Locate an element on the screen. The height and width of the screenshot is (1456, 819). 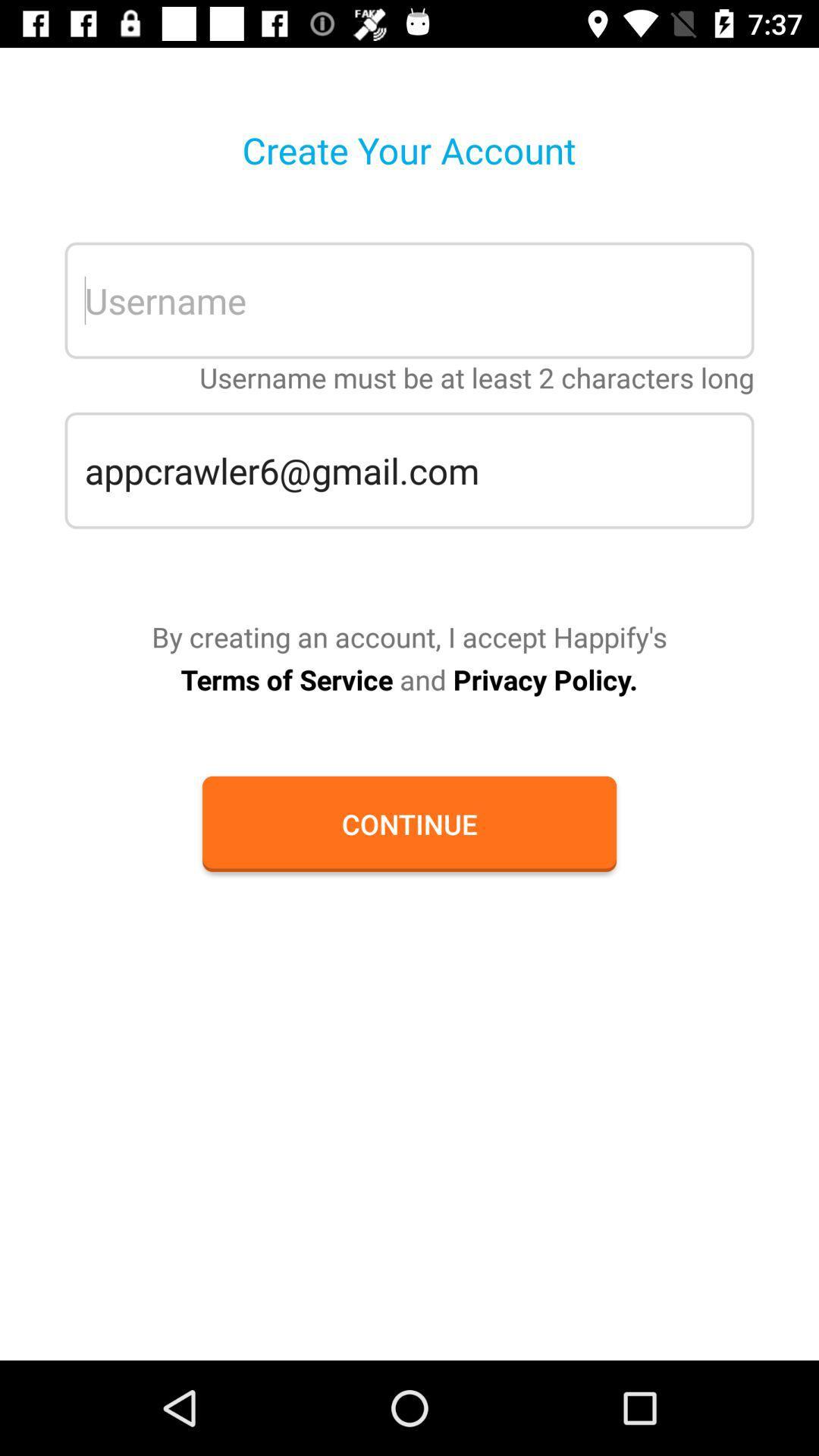
item below the by creating an is located at coordinates (408, 679).